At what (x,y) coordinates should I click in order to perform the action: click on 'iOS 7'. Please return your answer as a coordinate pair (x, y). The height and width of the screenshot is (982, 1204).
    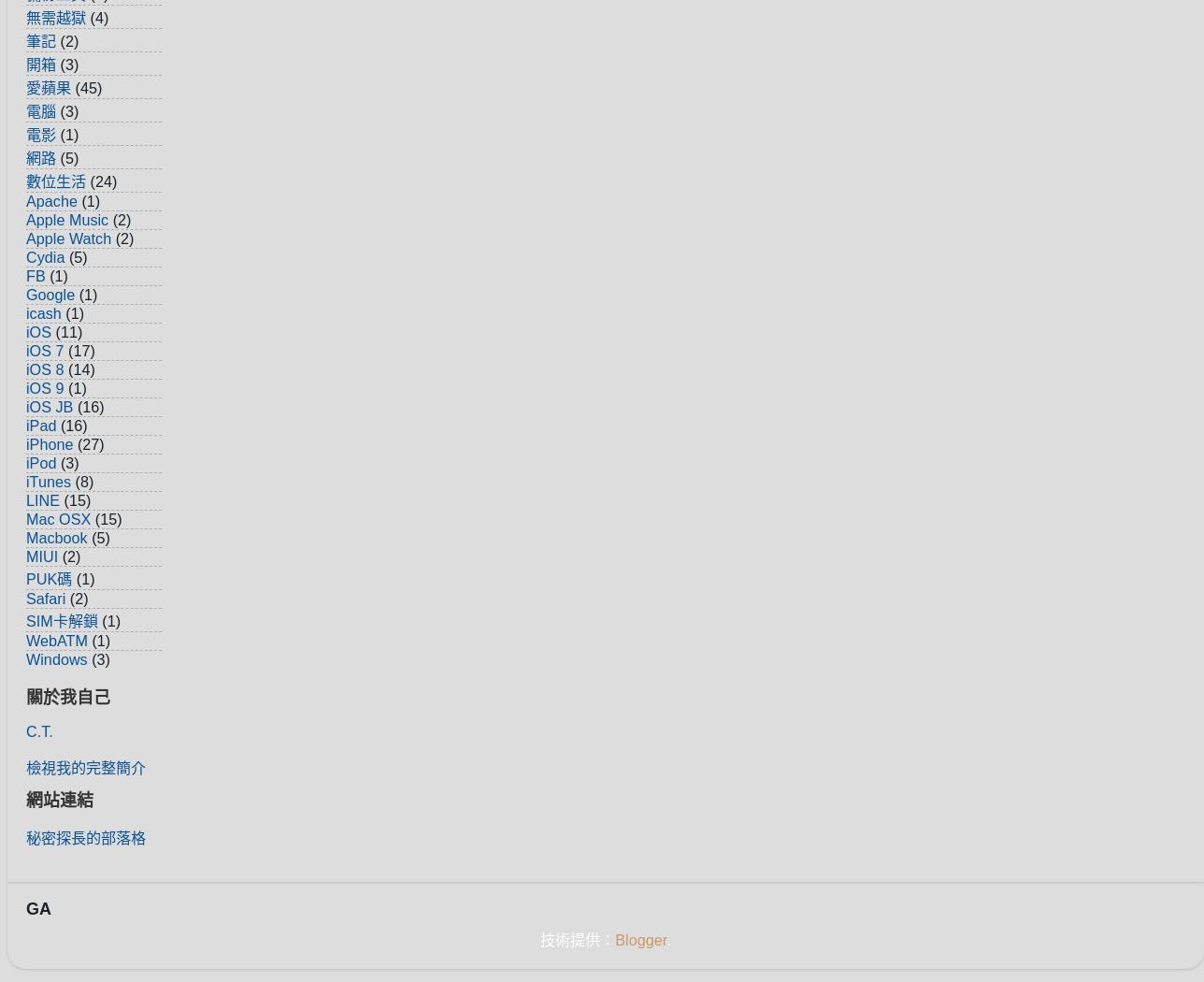
    Looking at the image, I should click on (45, 349).